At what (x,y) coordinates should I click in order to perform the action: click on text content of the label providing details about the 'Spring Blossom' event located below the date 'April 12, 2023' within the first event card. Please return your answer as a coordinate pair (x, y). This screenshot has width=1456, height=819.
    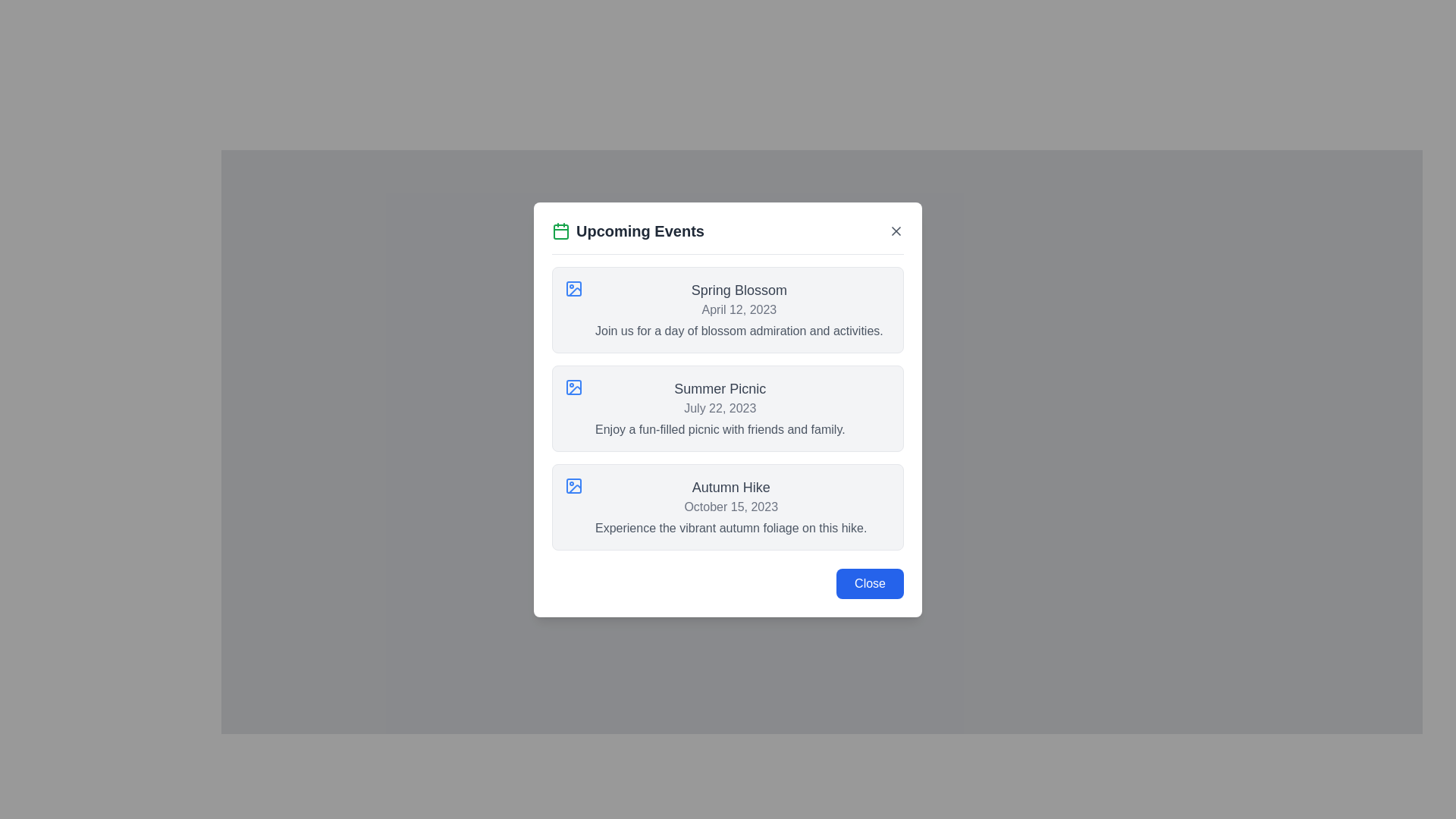
    Looking at the image, I should click on (739, 330).